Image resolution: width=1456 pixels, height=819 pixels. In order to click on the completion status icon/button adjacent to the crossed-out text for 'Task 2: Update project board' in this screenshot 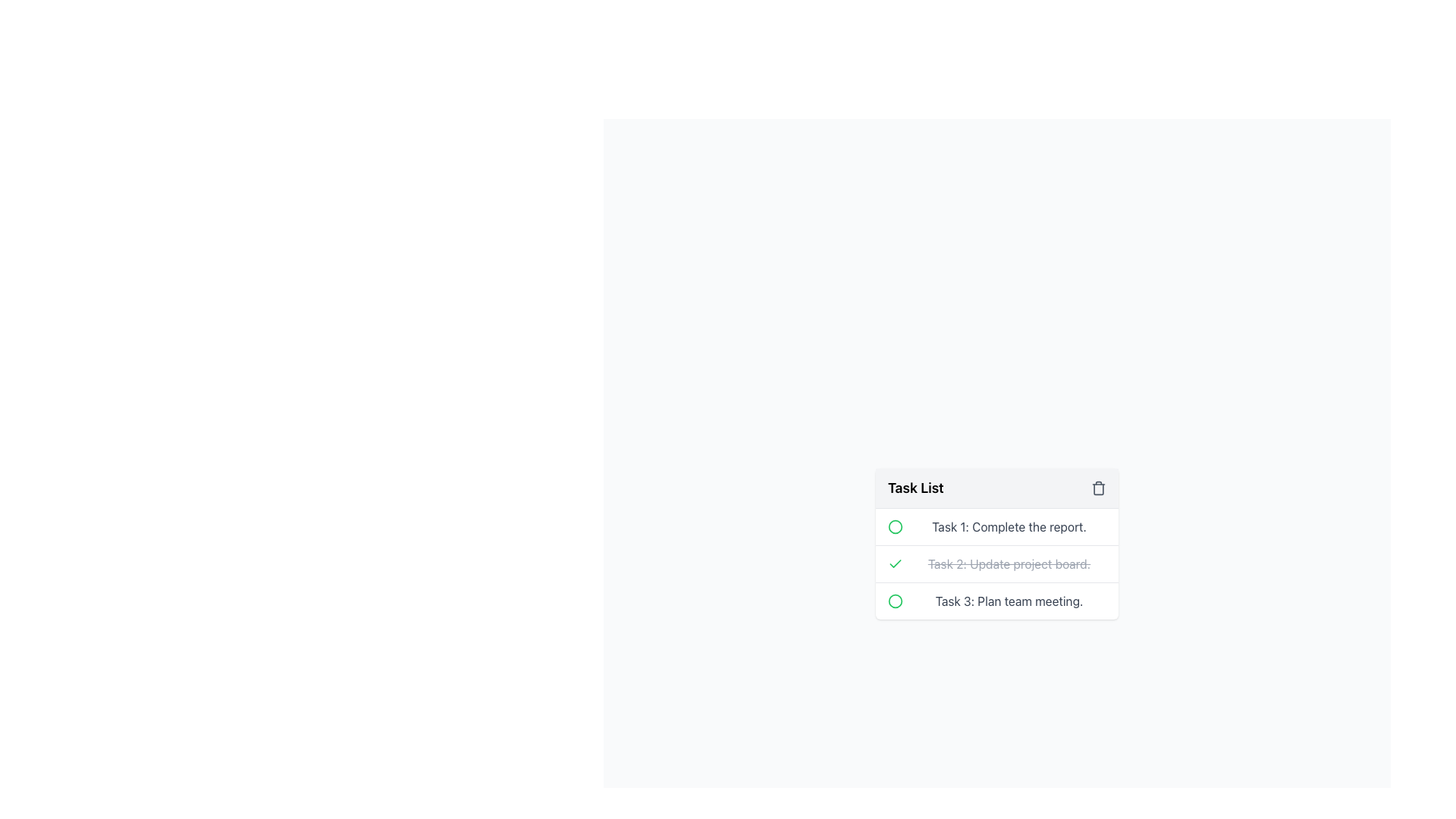, I will do `click(895, 563)`.